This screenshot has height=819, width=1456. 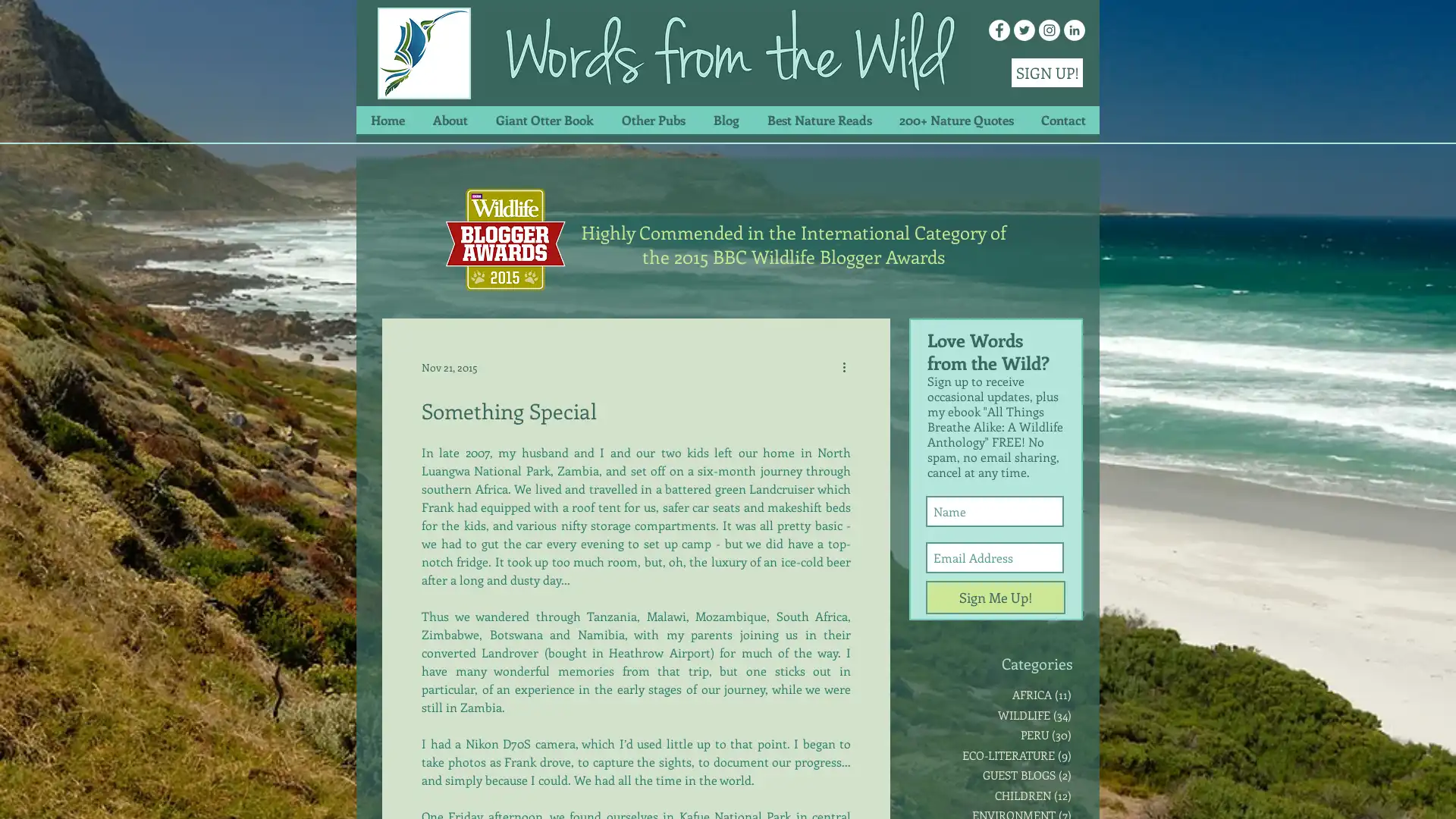 What do you see at coordinates (848, 366) in the screenshot?
I see `More actions` at bounding box center [848, 366].